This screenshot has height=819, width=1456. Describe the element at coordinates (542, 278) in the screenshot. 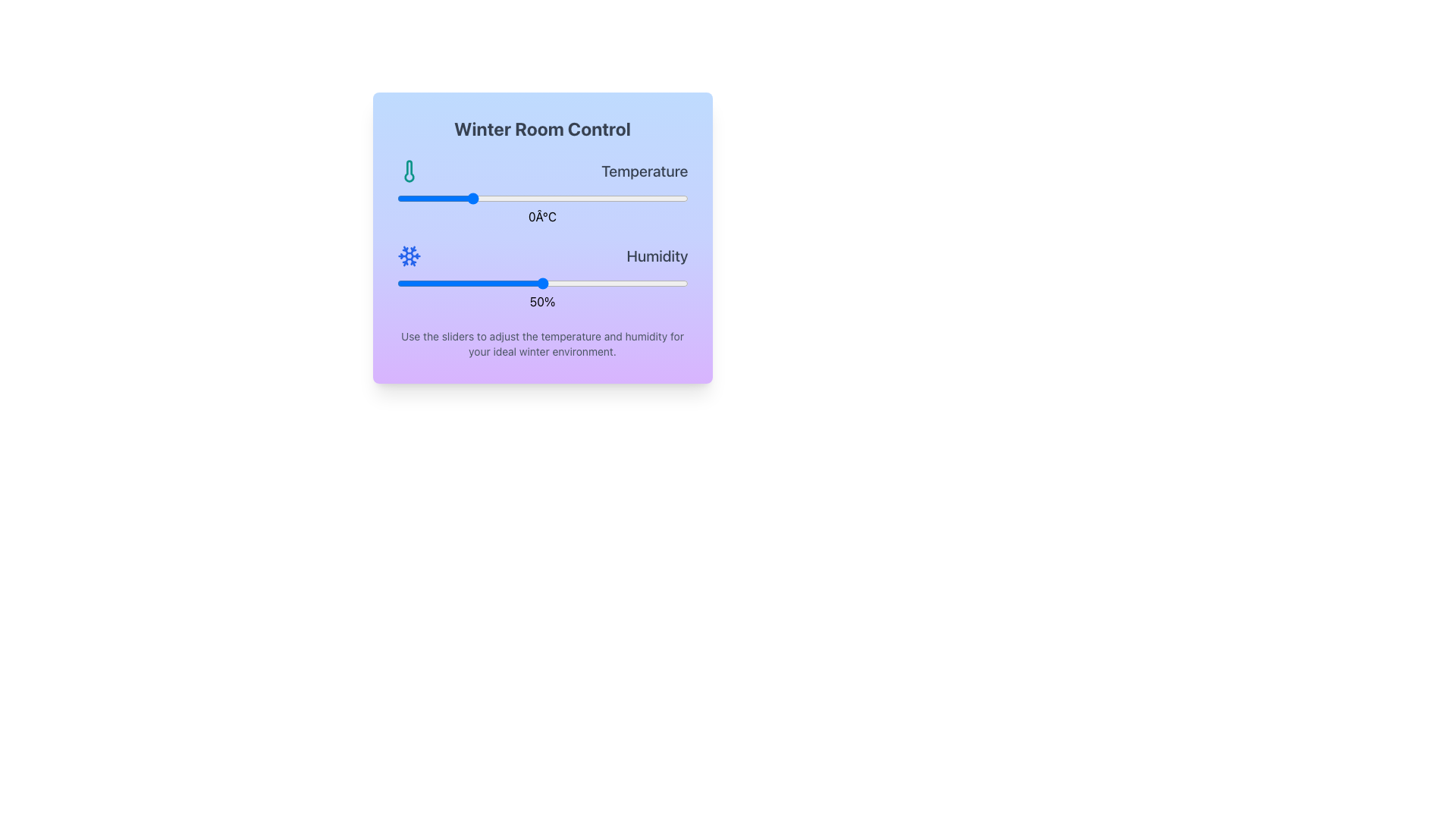

I see `the 'Humidity' slider` at that location.